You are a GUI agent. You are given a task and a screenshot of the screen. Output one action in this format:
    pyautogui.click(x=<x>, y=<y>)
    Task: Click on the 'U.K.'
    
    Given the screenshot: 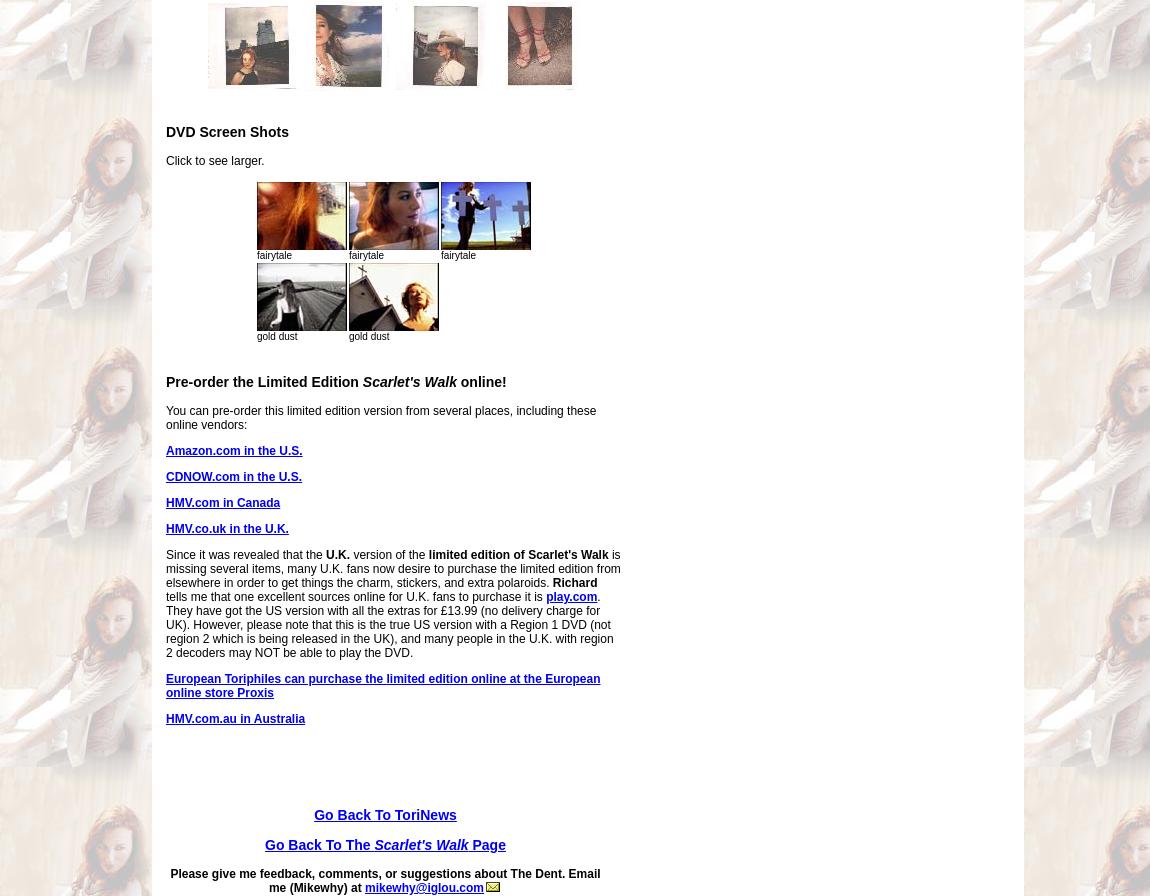 What is the action you would take?
    pyautogui.click(x=337, y=554)
    